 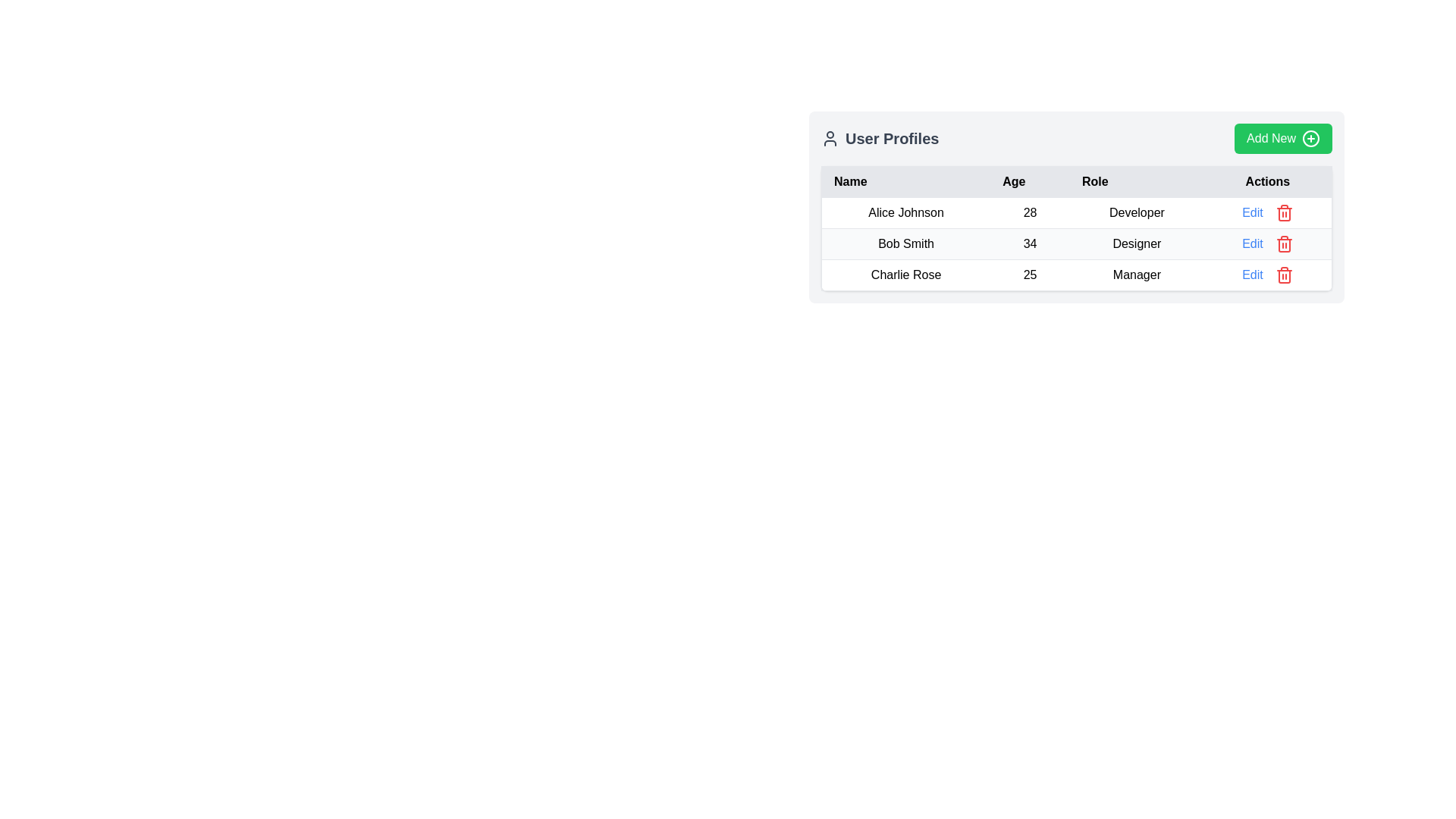 I want to click on the text label displaying 'Developer' located in the 'Role' column of the user profile table, which is the first row under the header 'User Profiles', so click(x=1137, y=213).